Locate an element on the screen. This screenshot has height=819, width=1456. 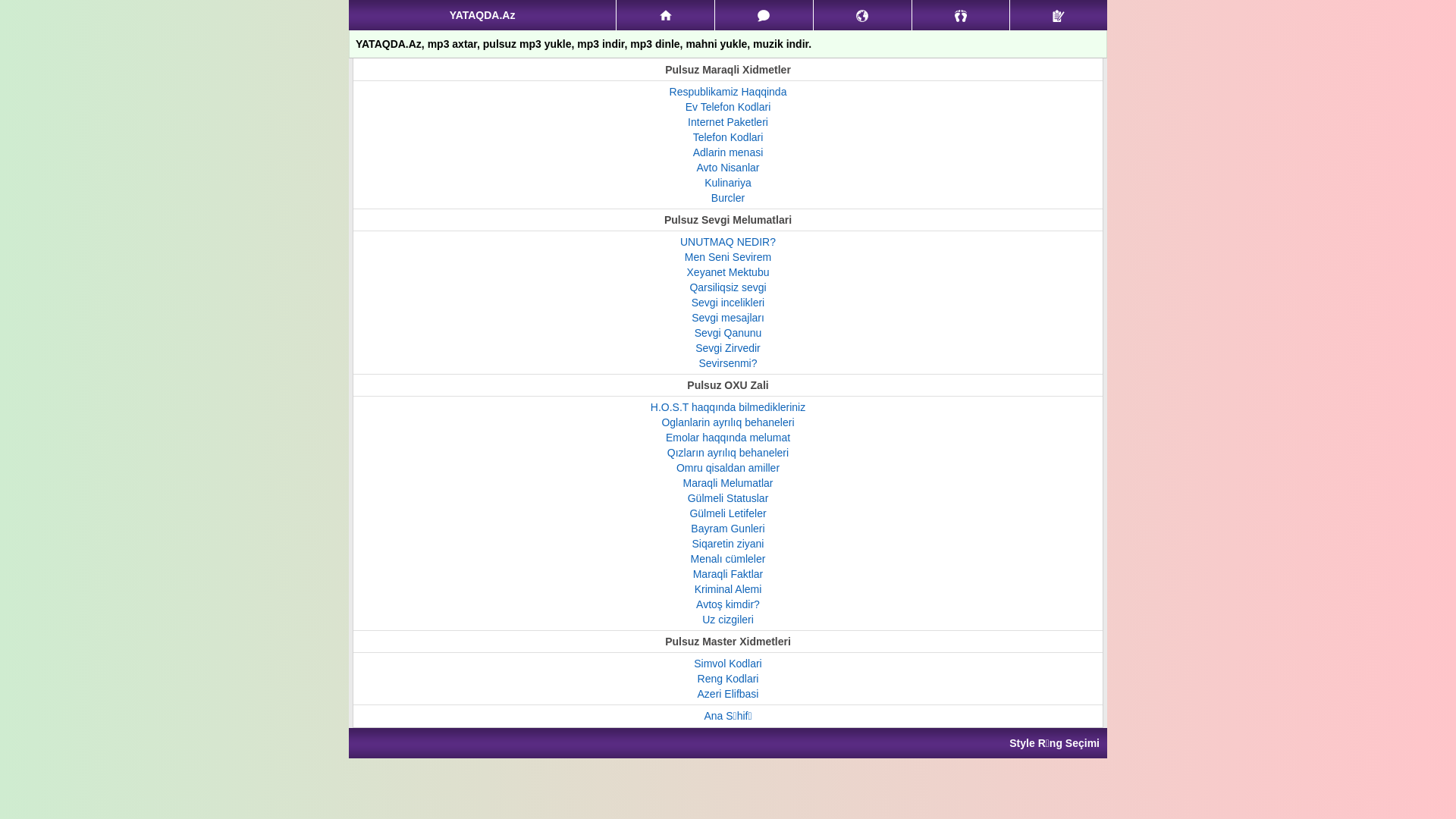
'Uz cizgileri' is located at coordinates (728, 620).